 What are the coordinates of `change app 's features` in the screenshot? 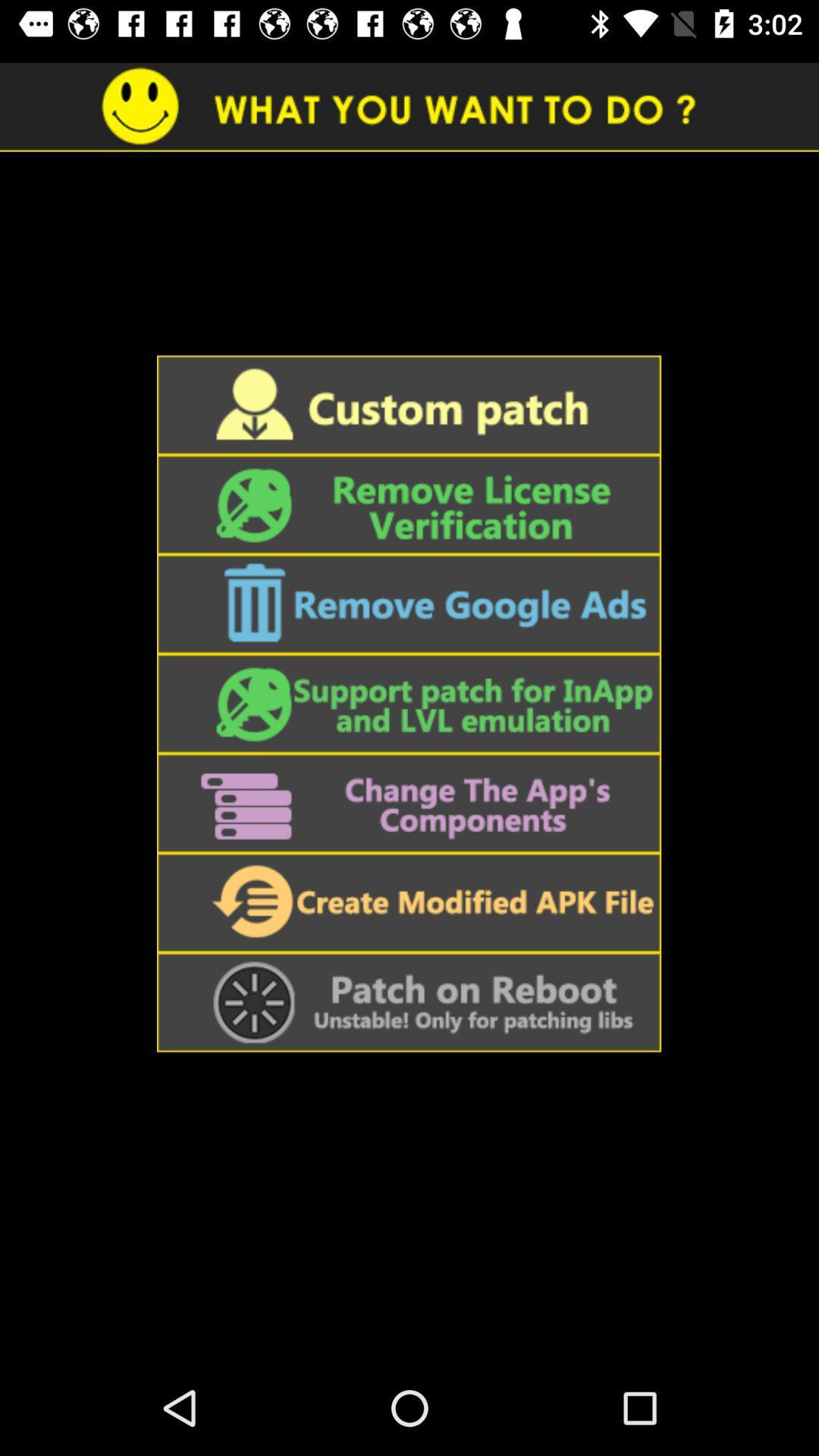 It's located at (408, 802).